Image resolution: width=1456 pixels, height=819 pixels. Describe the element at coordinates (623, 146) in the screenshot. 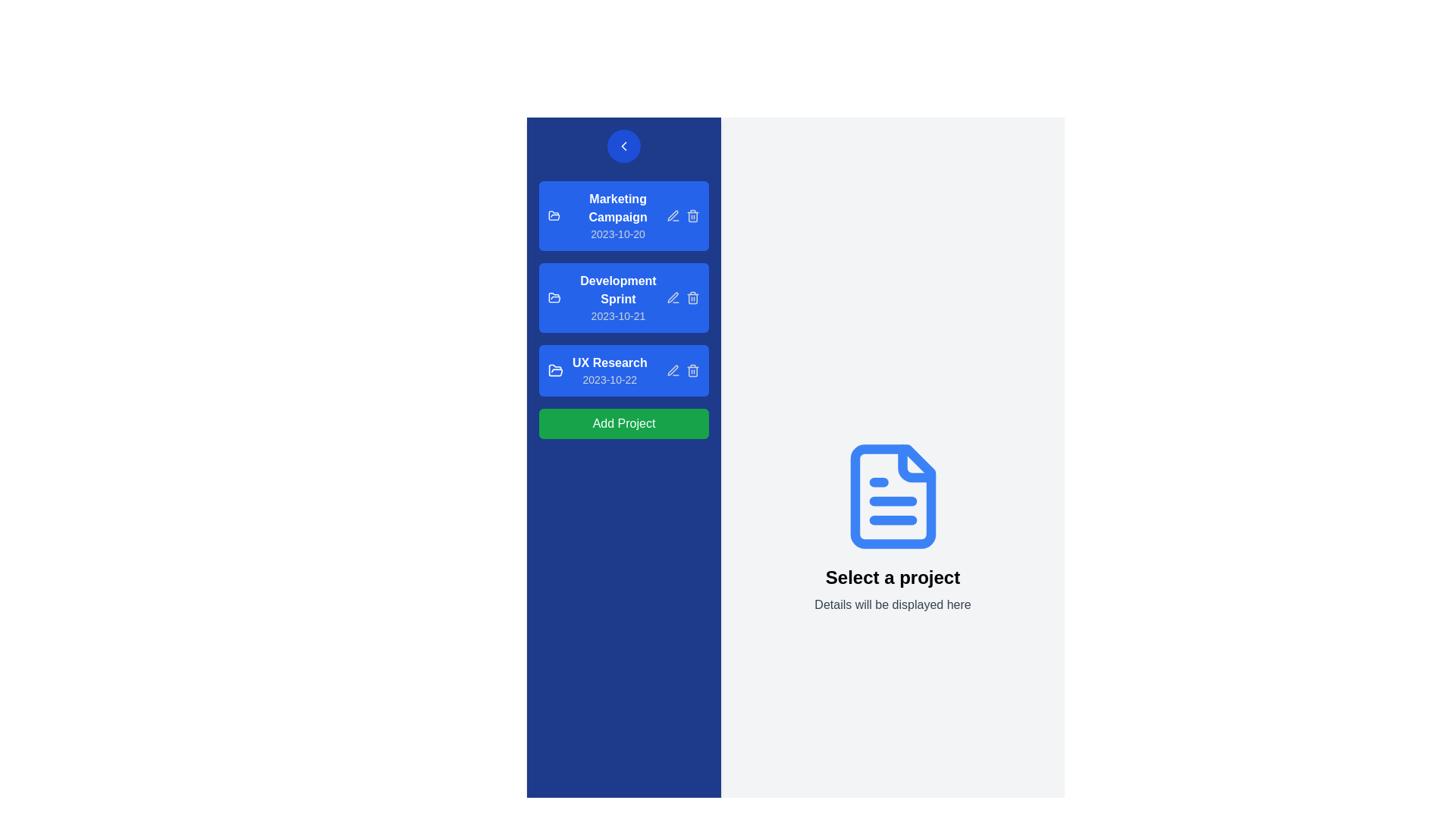

I see `the left-chevron-shaped icon located in the vertical blue navigation bar near the top-left corner of the application interface` at that location.